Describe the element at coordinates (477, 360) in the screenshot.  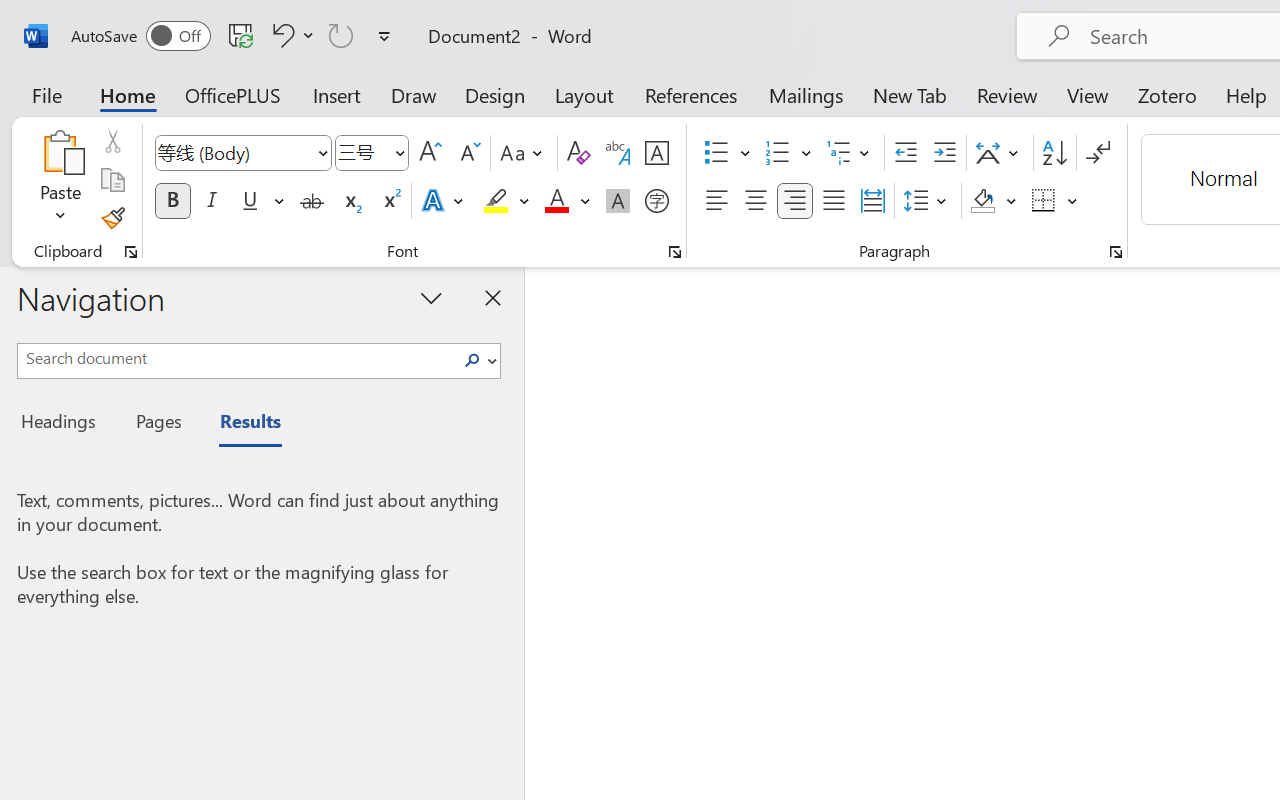
I see `'Search'` at that location.